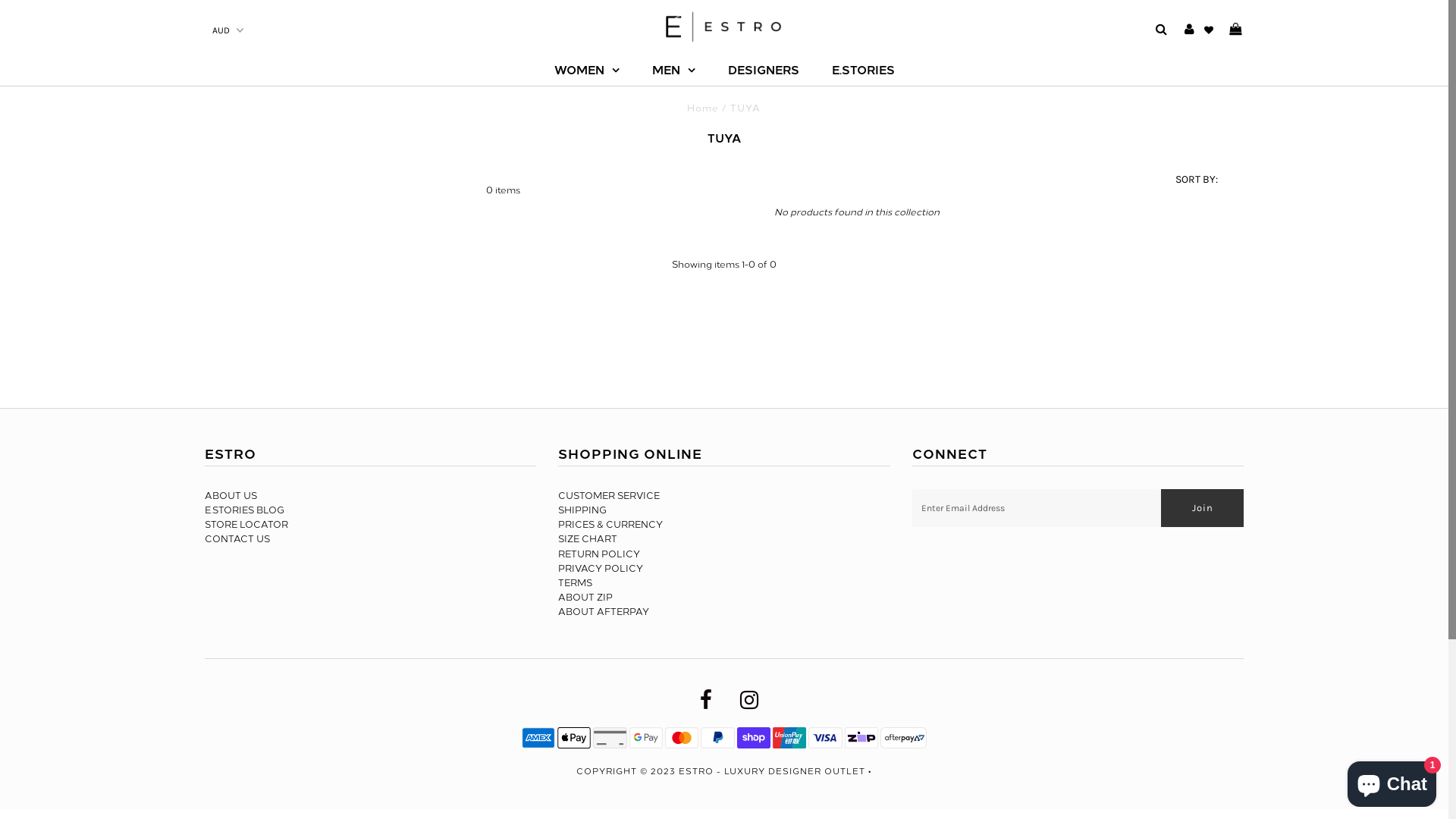 The height and width of the screenshot is (819, 1456). Describe the element at coordinates (236, 538) in the screenshot. I see `'CONTACT US'` at that location.